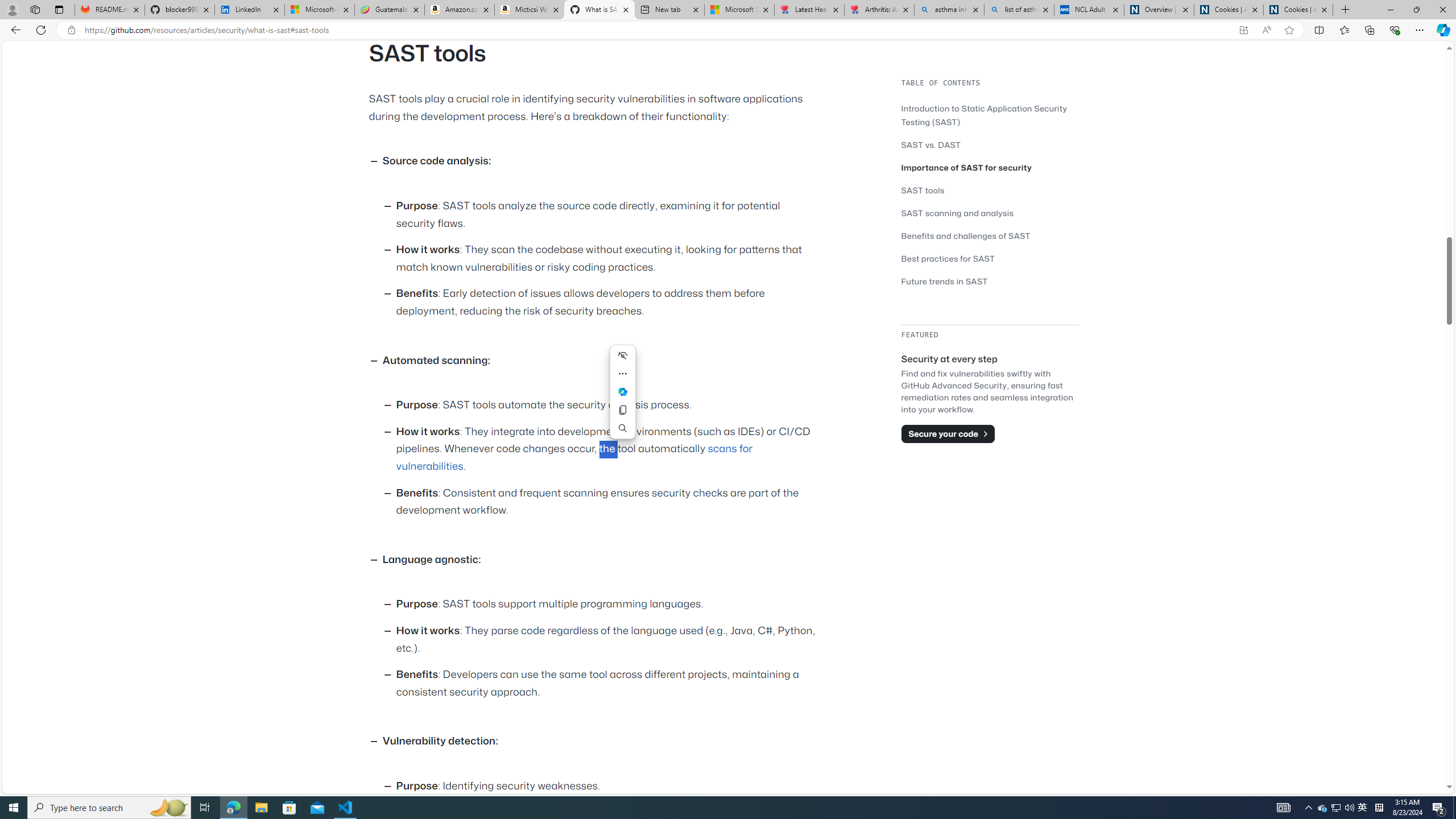 The image size is (1456, 819). I want to click on 'SAST tools', so click(990, 189).